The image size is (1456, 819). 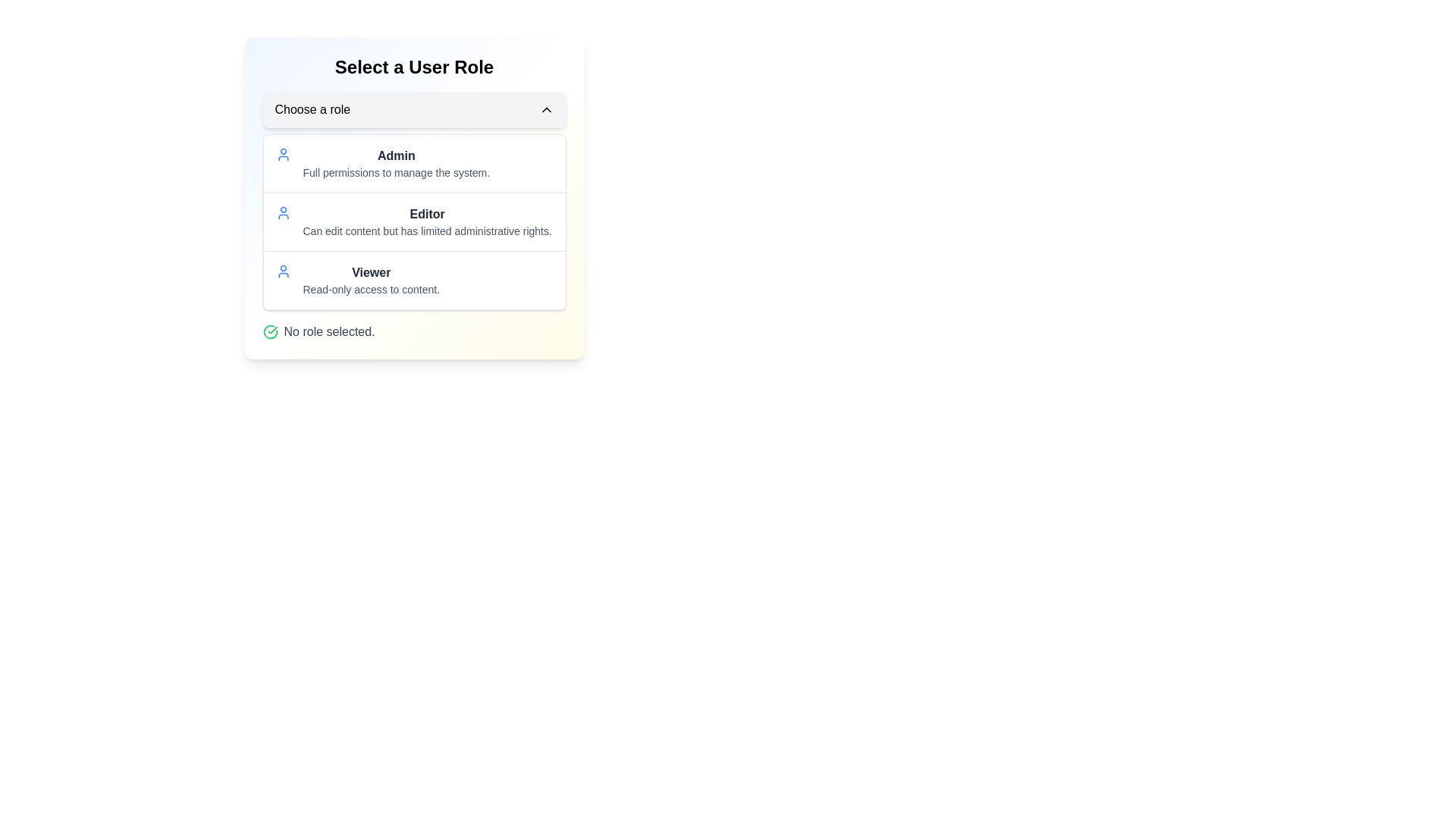 What do you see at coordinates (546, 109) in the screenshot?
I see `the upward chevron icon` at bounding box center [546, 109].